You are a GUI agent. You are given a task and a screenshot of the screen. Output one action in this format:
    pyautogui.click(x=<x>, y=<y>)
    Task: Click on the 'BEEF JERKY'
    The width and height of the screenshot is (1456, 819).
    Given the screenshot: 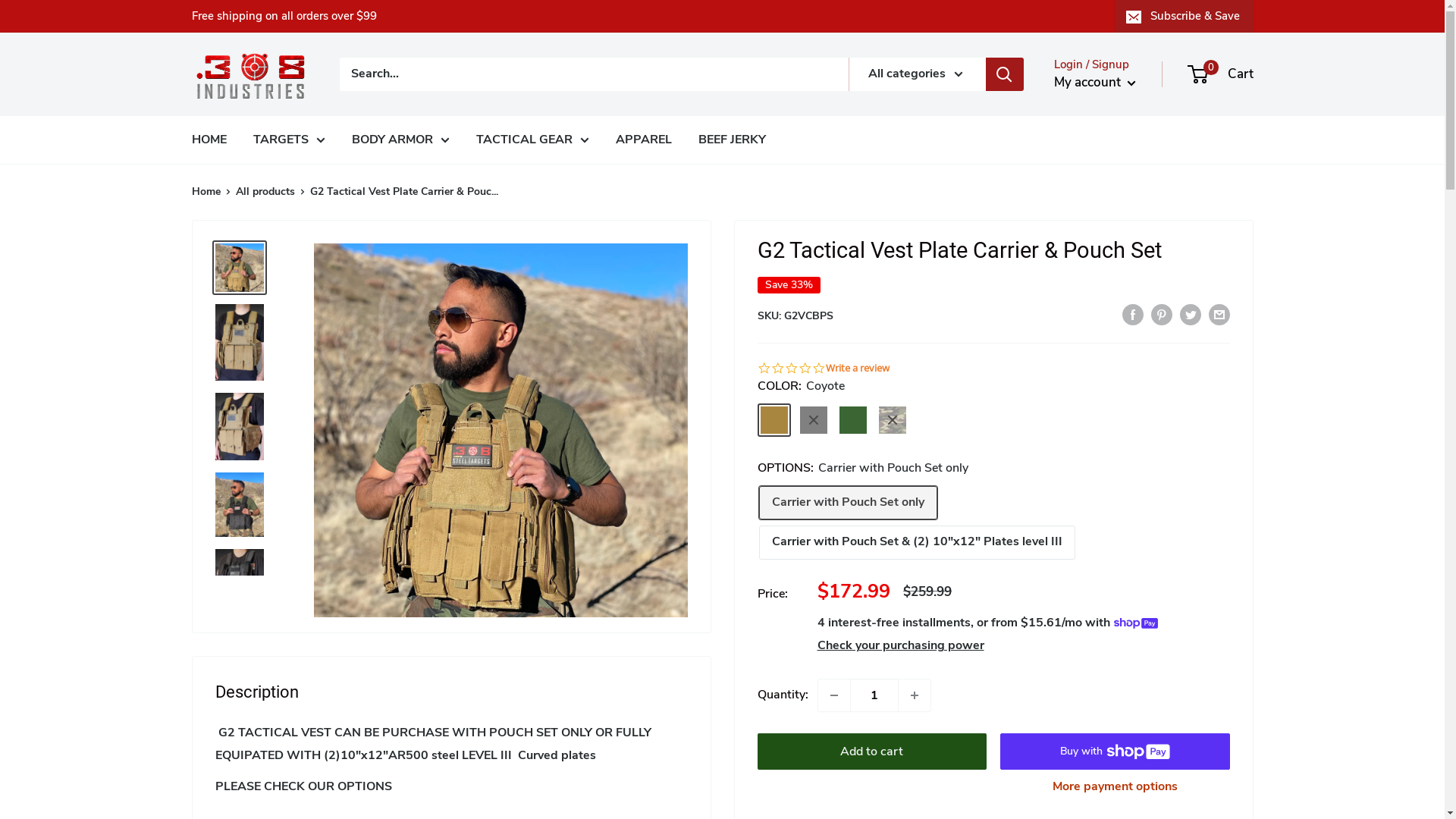 What is the action you would take?
    pyautogui.click(x=731, y=140)
    